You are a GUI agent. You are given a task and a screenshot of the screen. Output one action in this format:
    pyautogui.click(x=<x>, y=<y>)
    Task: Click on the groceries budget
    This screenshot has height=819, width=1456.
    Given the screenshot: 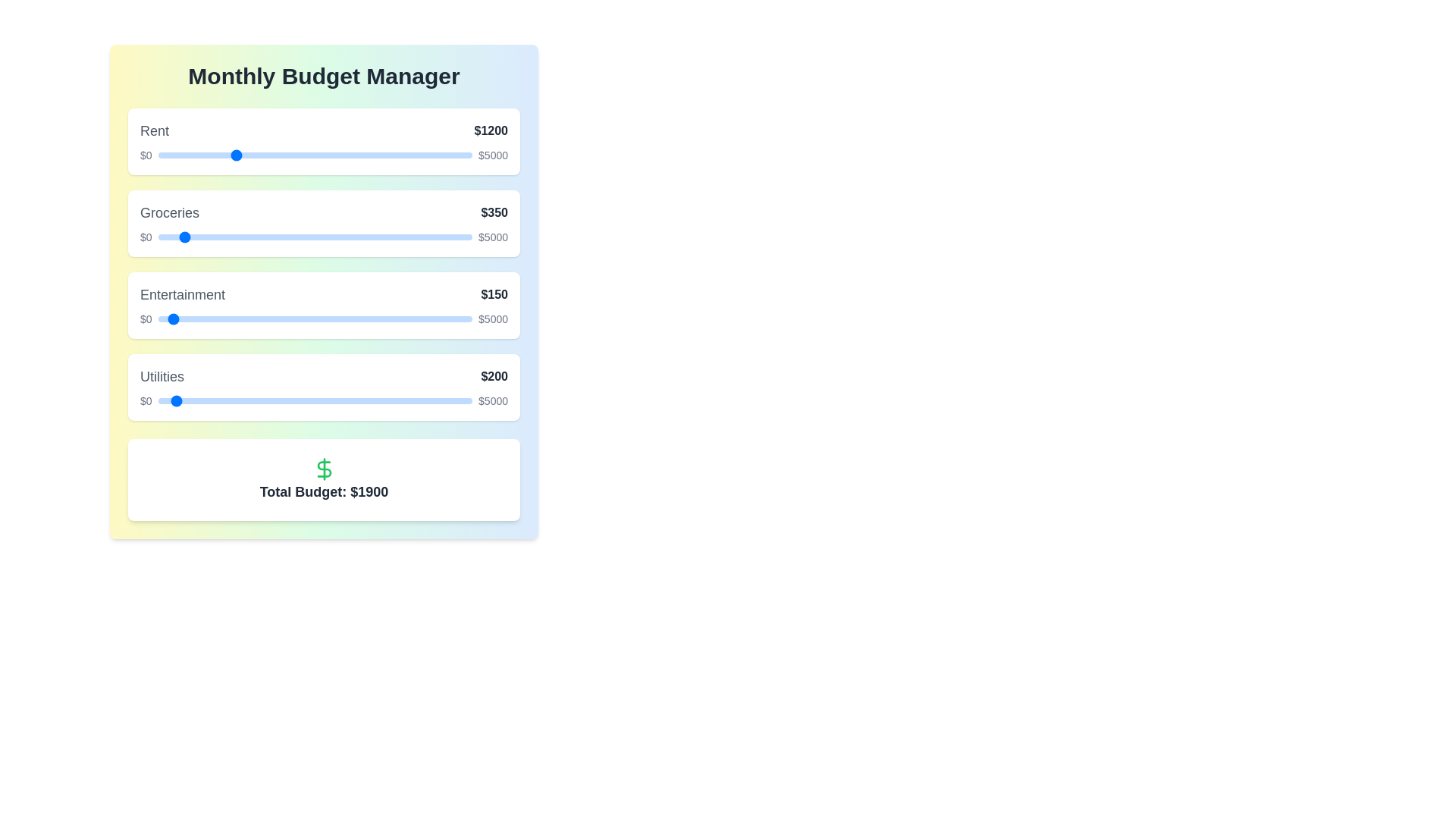 What is the action you would take?
    pyautogui.click(x=261, y=237)
    